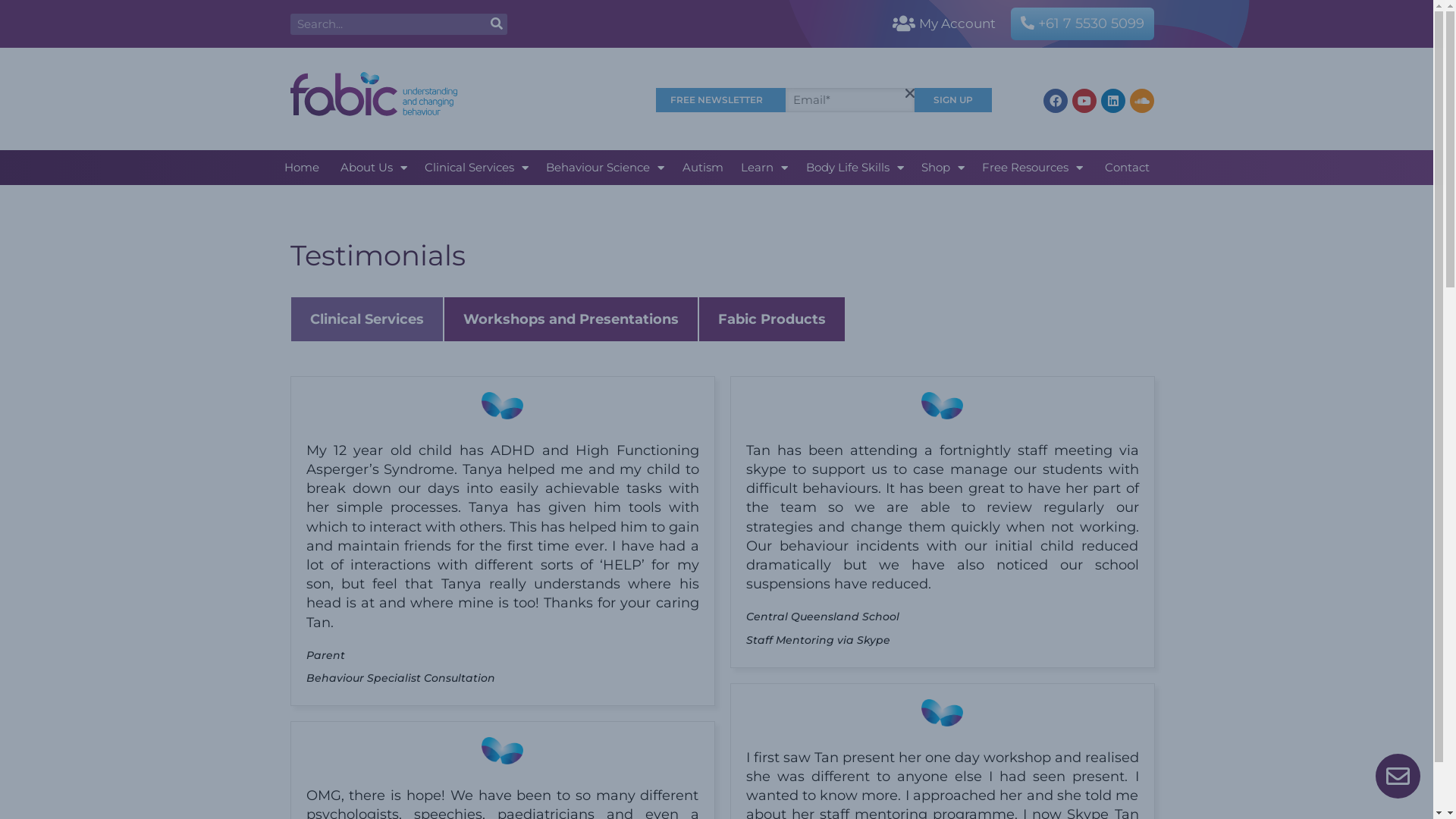 The width and height of the screenshot is (1456, 819). Describe the element at coordinates (304, 167) in the screenshot. I see `'Home'` at that location.